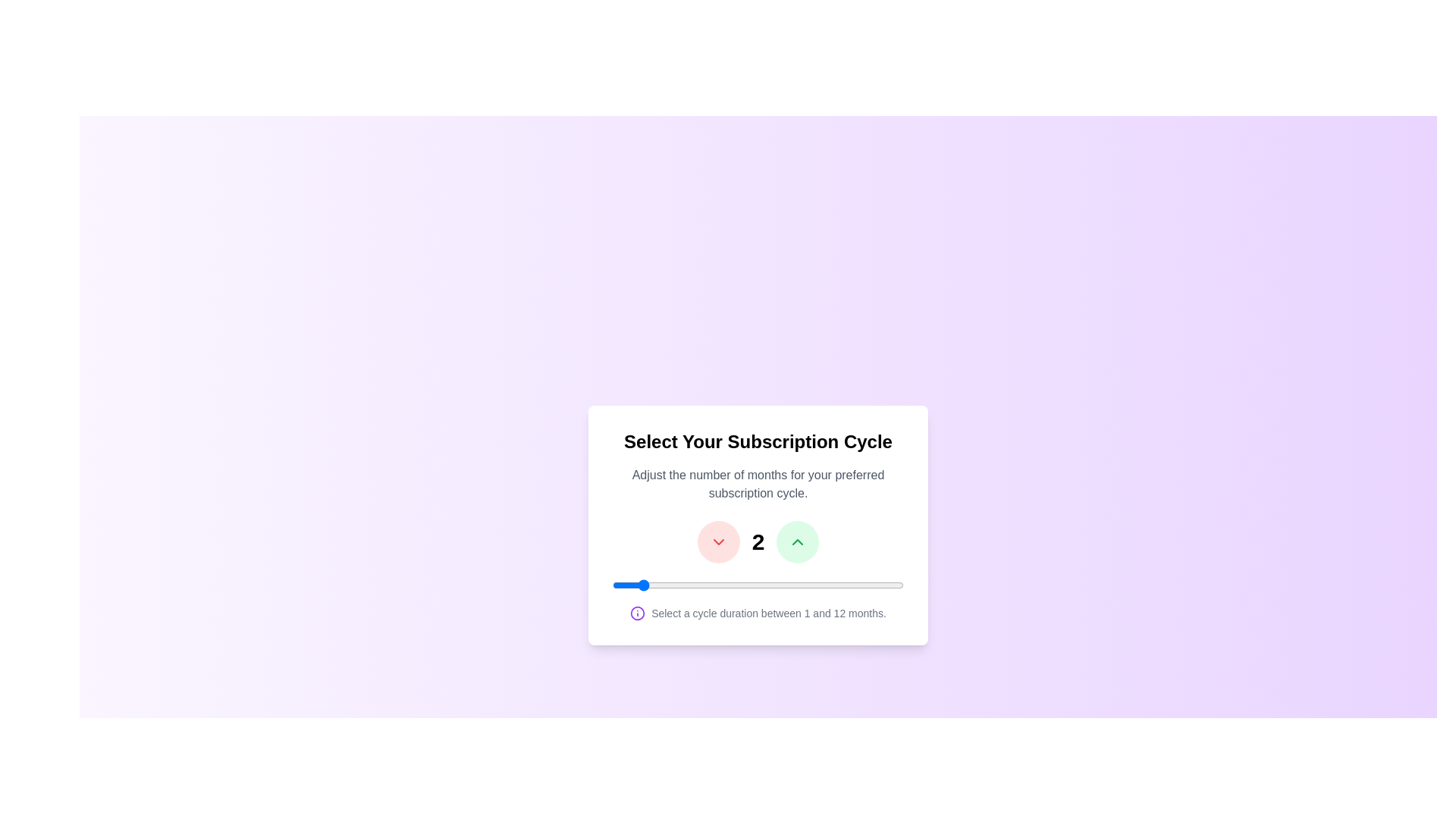  I want to click on the circular green button with an upward-pointing chevron icon to increment the count, so click(797, 541).